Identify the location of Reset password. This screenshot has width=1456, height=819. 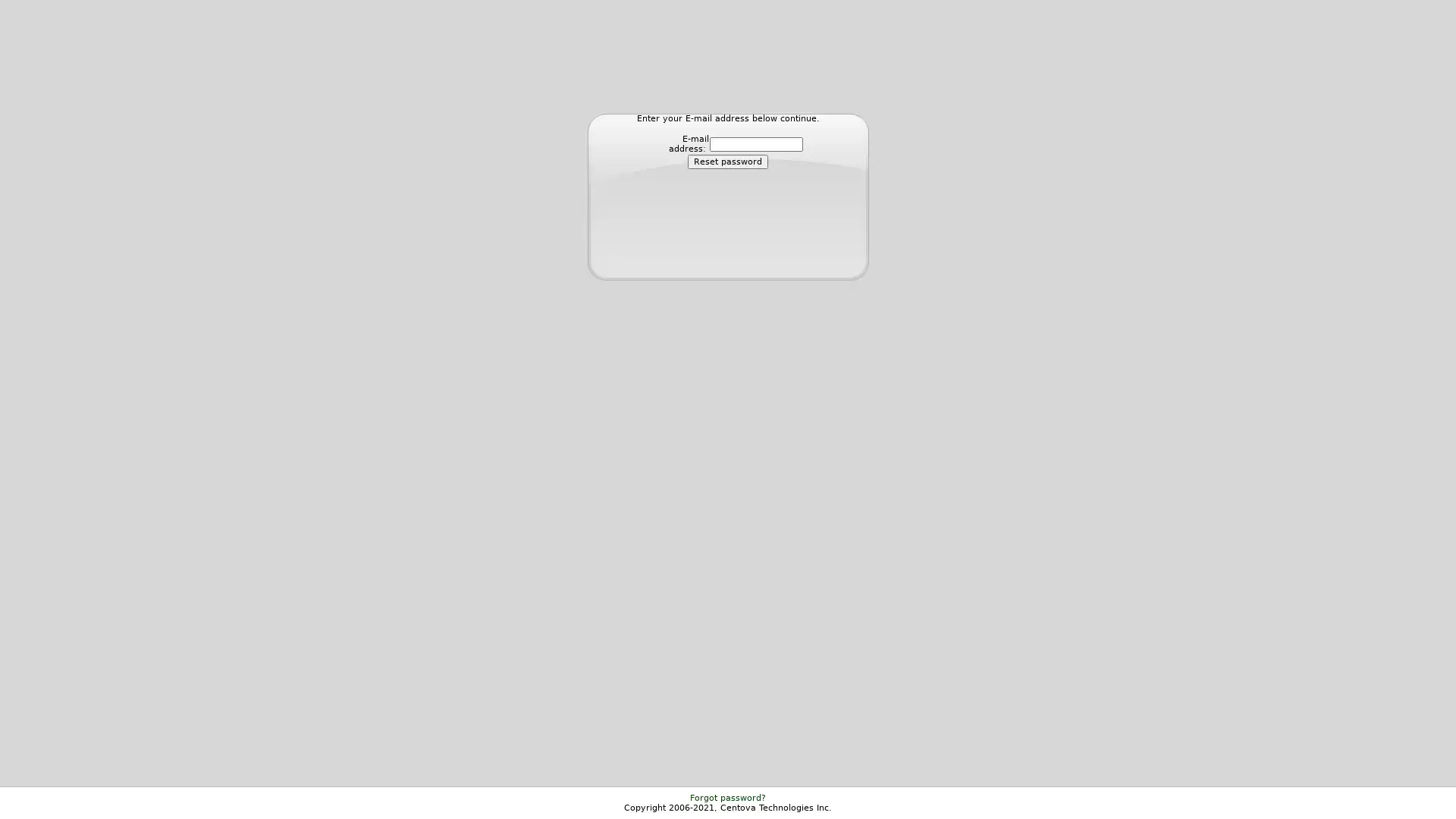
(728, 162).